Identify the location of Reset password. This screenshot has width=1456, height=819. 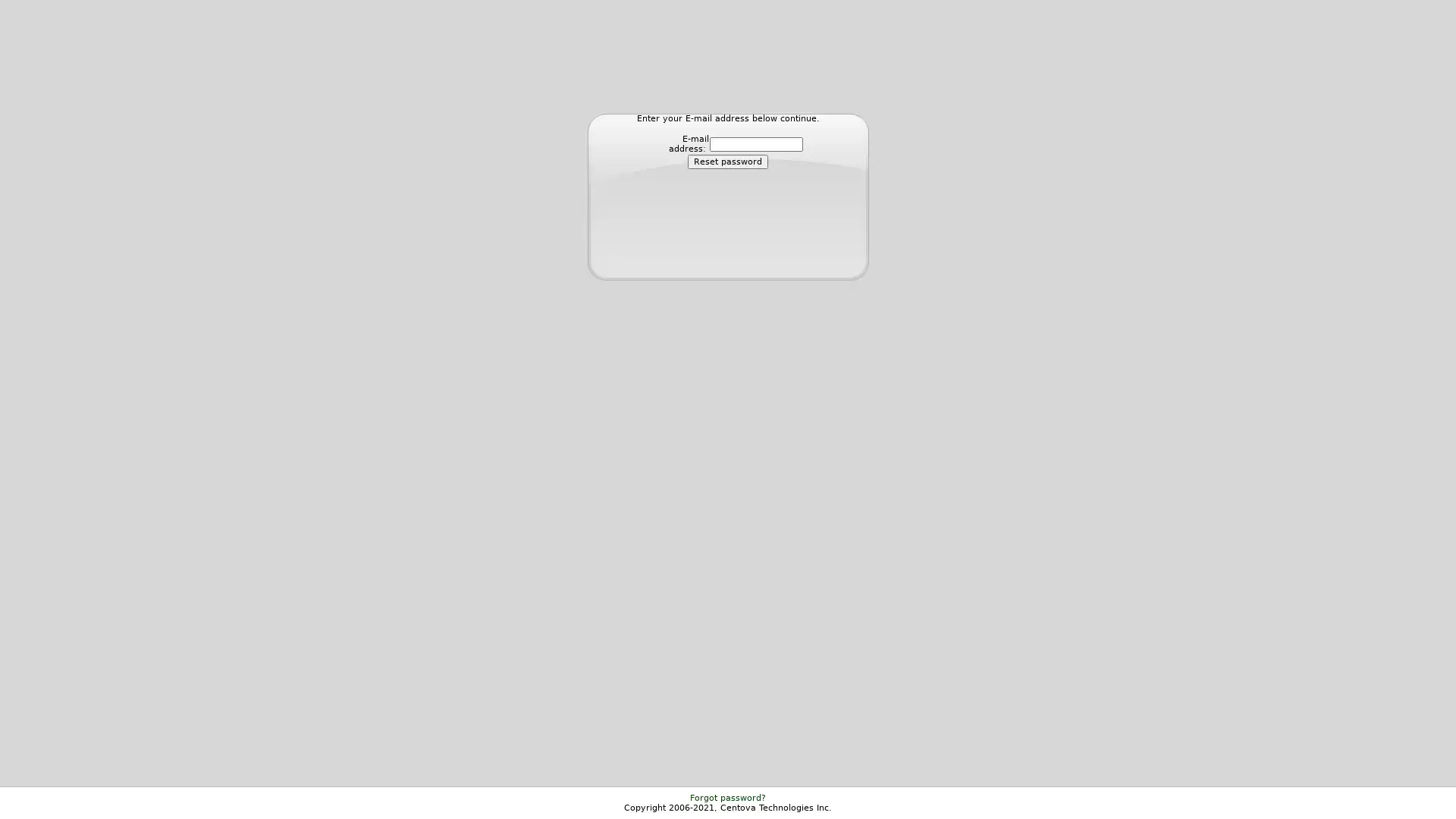
(728, 162).